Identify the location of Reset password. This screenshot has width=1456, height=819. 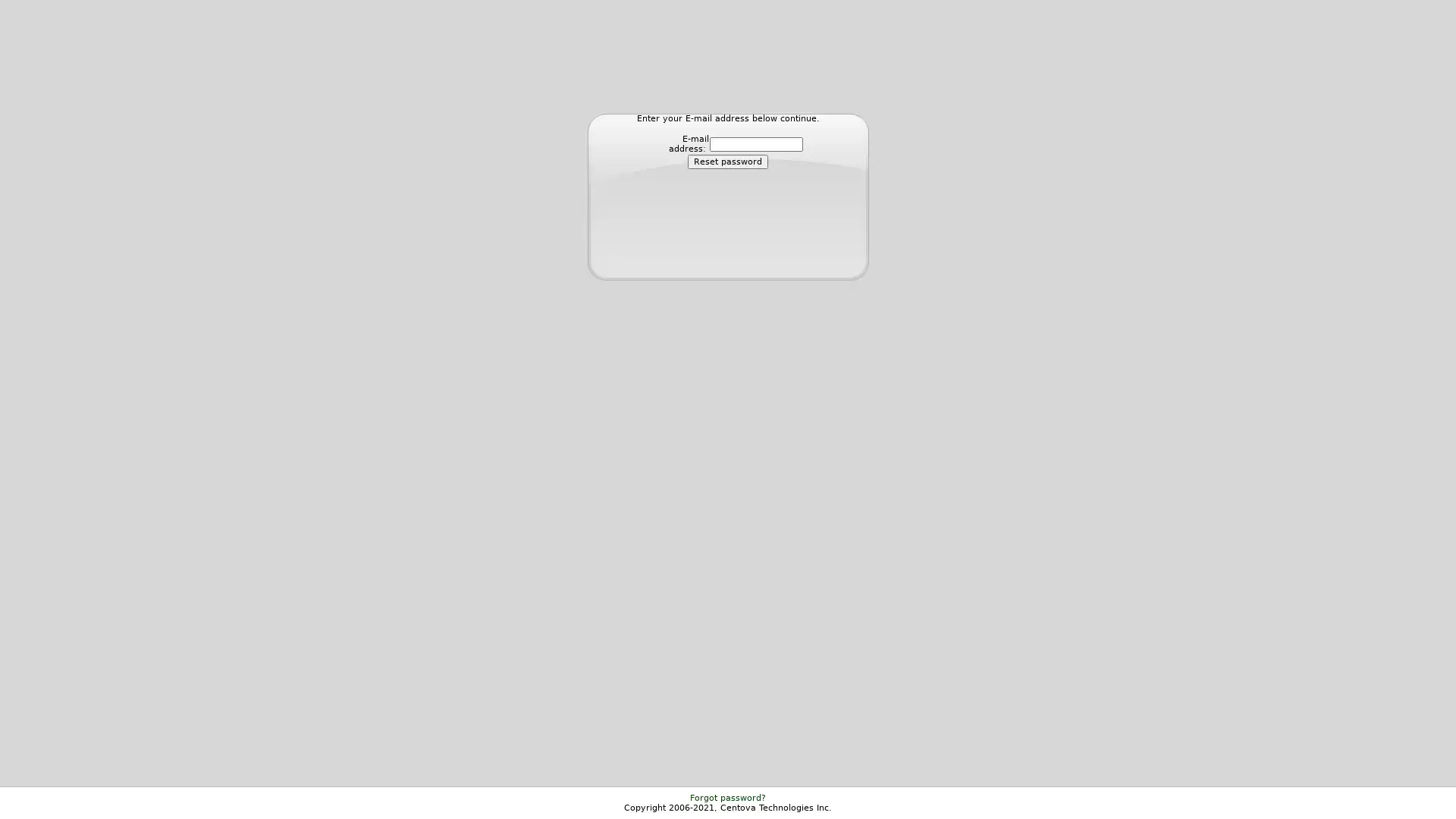
(728, 162).